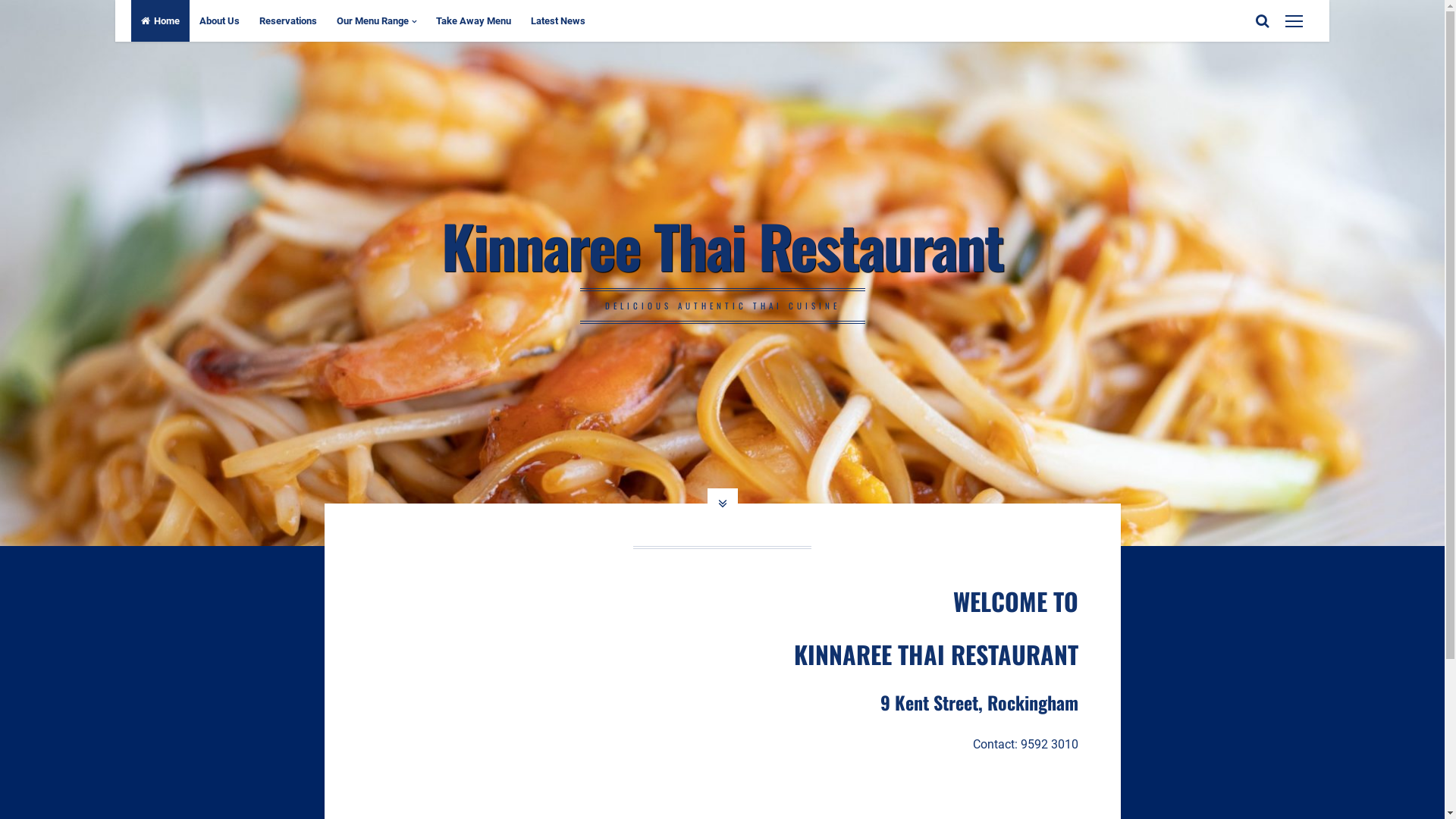 This screenshot has height=819, width=1456. I want to click on 'Take Away Menu', so click(425, 20).